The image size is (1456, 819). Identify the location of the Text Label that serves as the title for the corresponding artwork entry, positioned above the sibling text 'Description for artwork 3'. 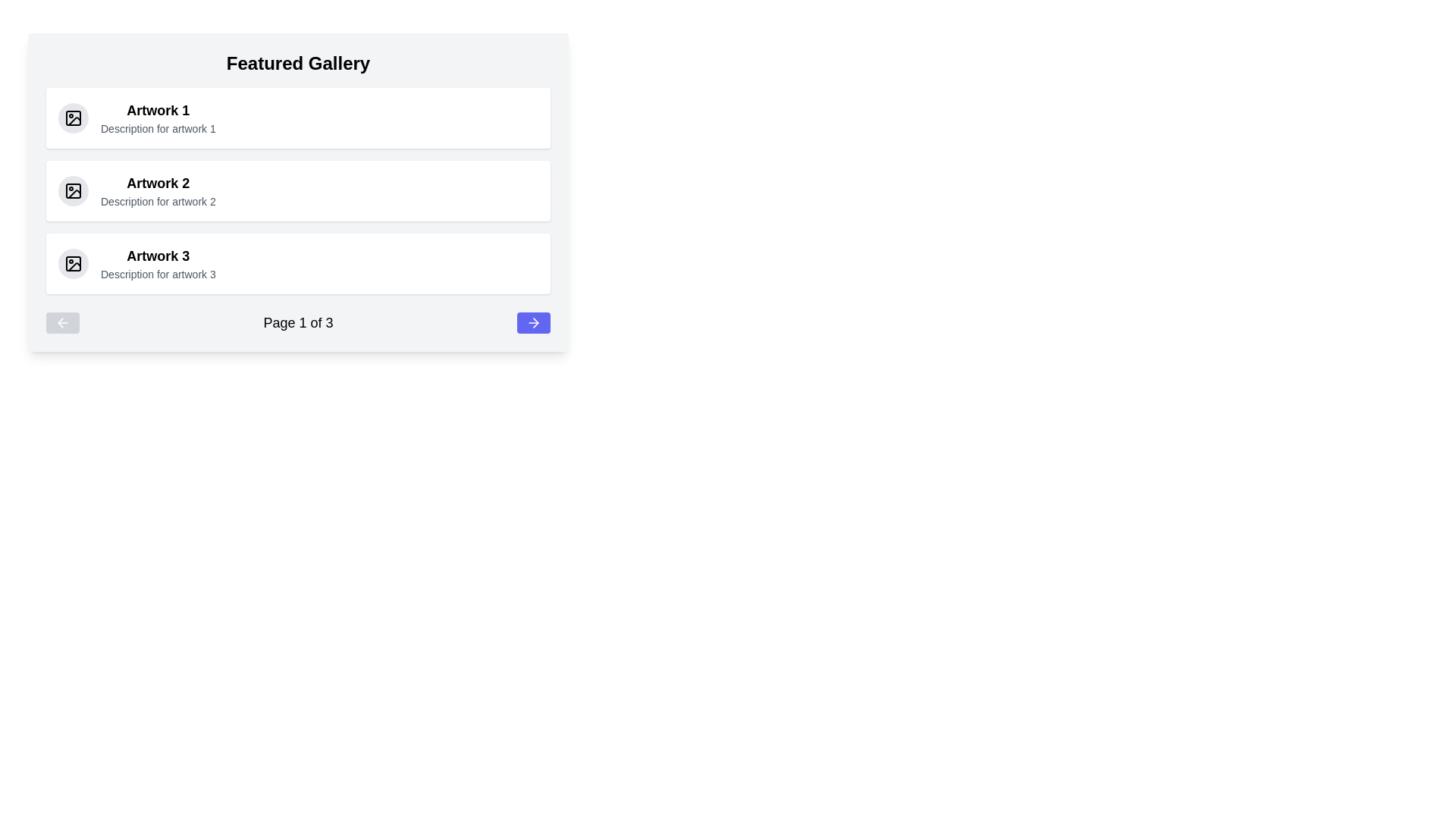
(158, 256).